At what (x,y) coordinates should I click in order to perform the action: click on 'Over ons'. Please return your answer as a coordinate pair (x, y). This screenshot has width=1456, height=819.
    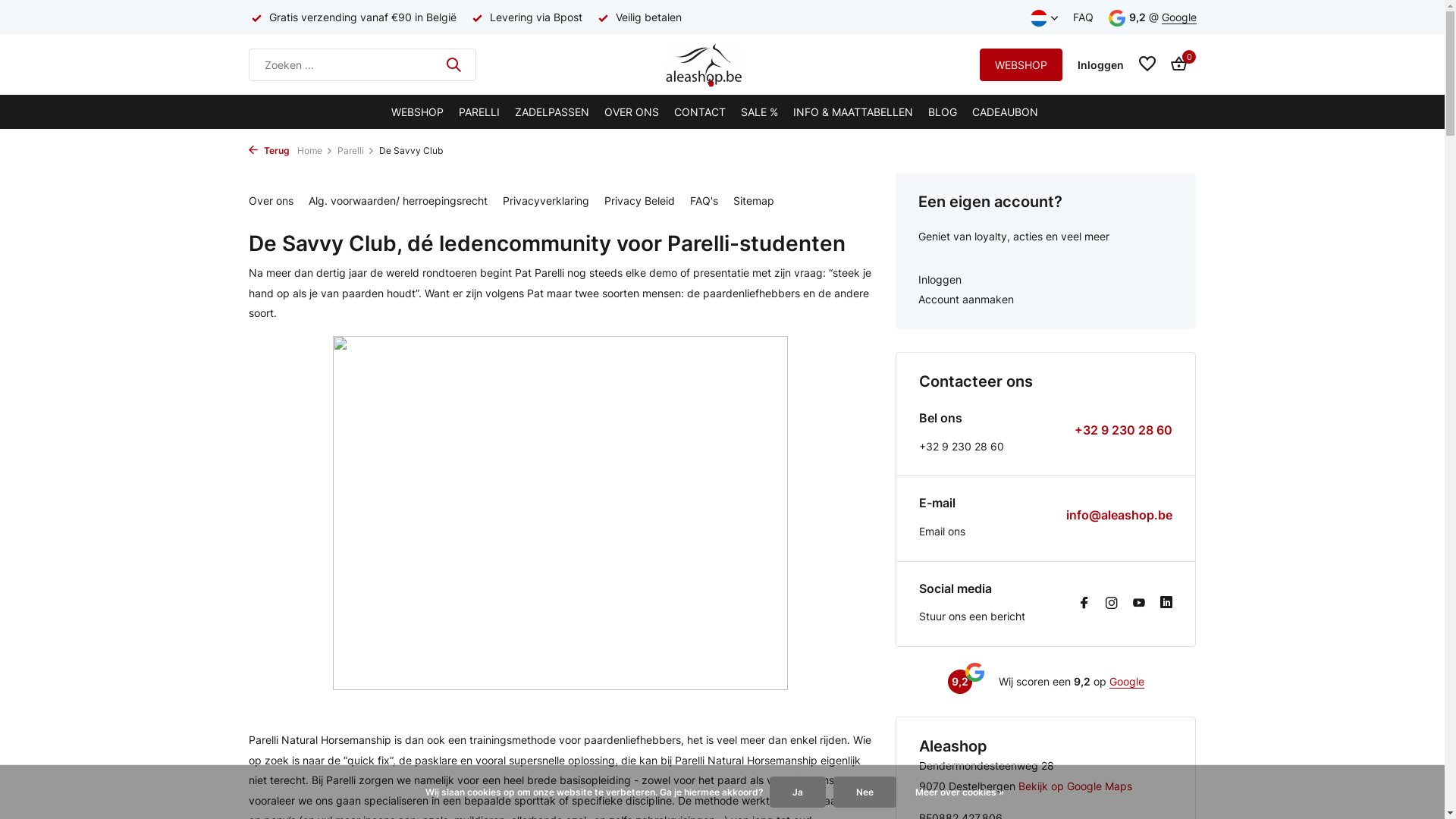
    Looking at the image, I should click on (271, 199).